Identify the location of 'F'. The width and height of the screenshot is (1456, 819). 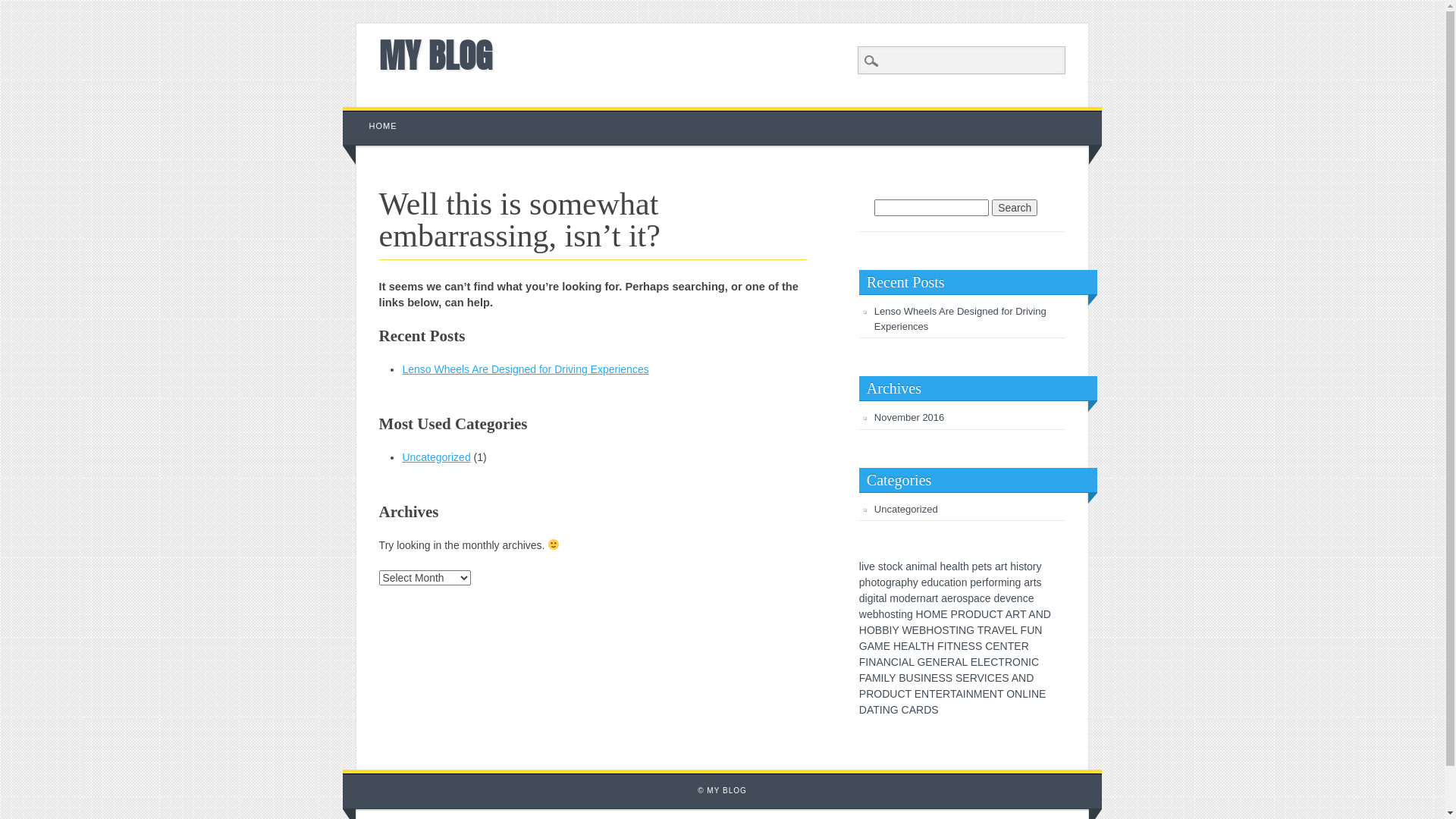
(862, 677).